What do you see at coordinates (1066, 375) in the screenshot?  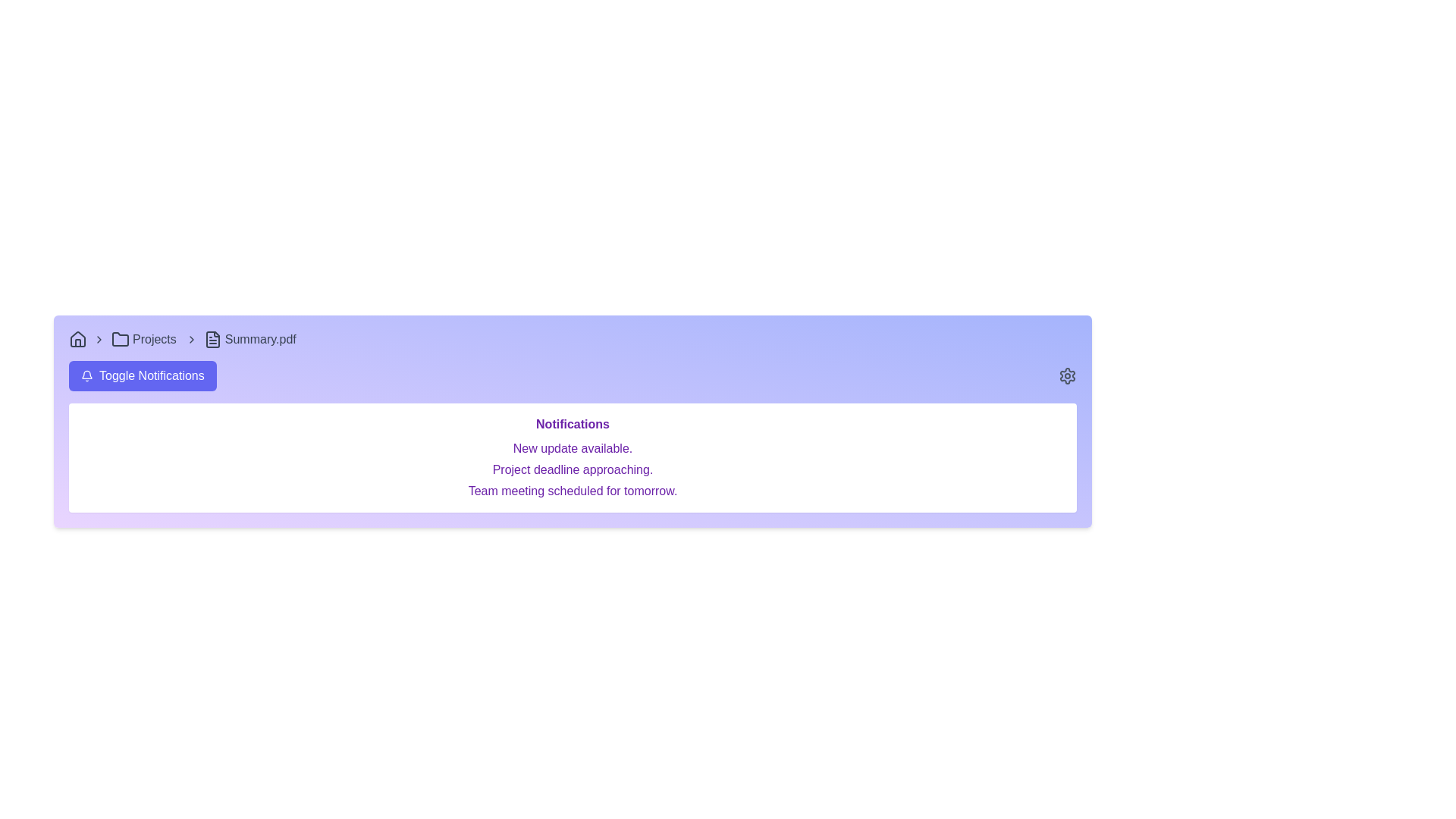 I see `the settings icon located at the top-right corner of the interface` at bounding box center [1066, 375].